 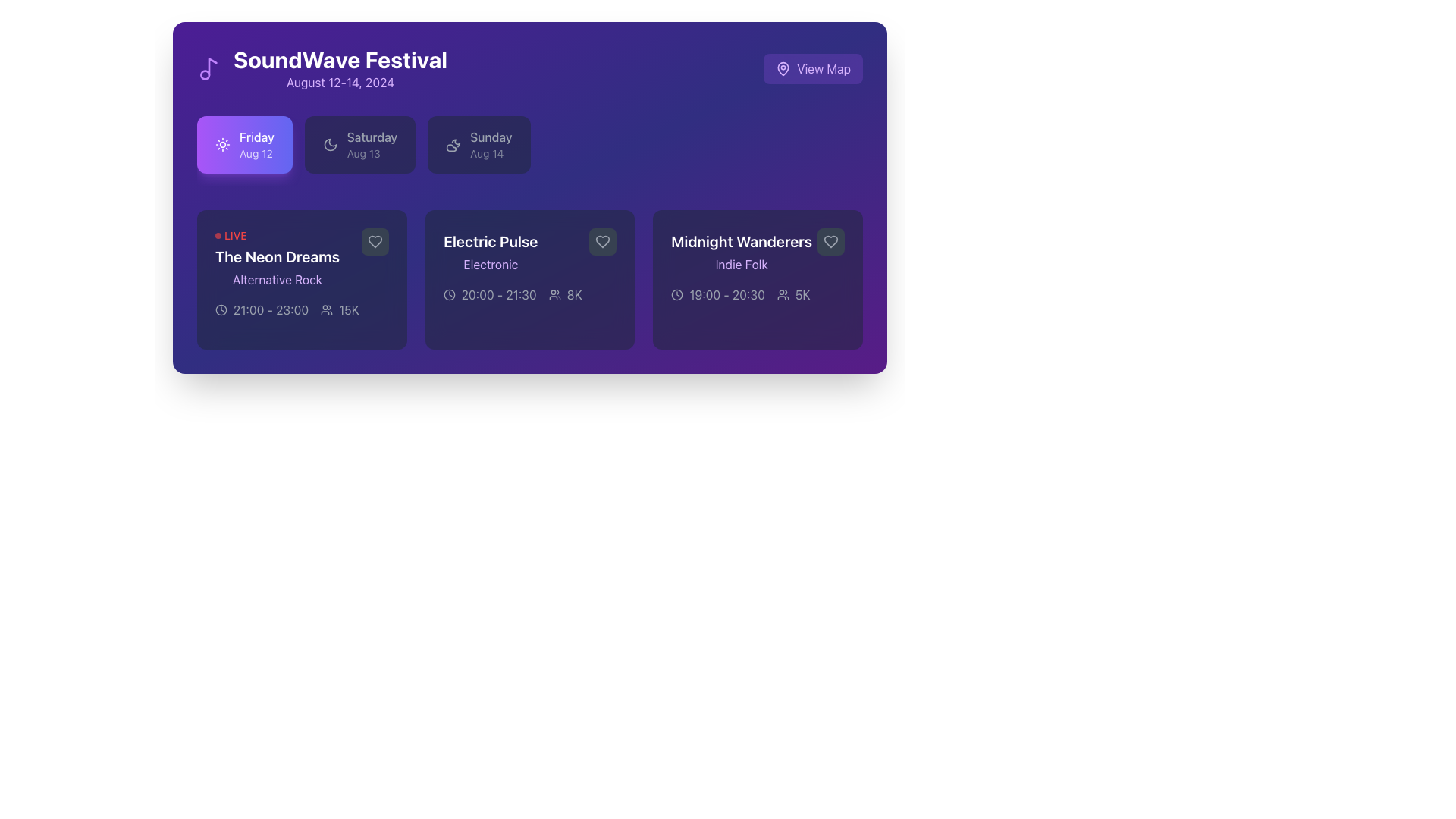 What do you see at coordinates (491, 154) in the screenshot?
I see `date information displayed in the text label that shows 'Aug 14', located below 'Sunday' in the Sunday date selection card` at bounding box center [491, 154].